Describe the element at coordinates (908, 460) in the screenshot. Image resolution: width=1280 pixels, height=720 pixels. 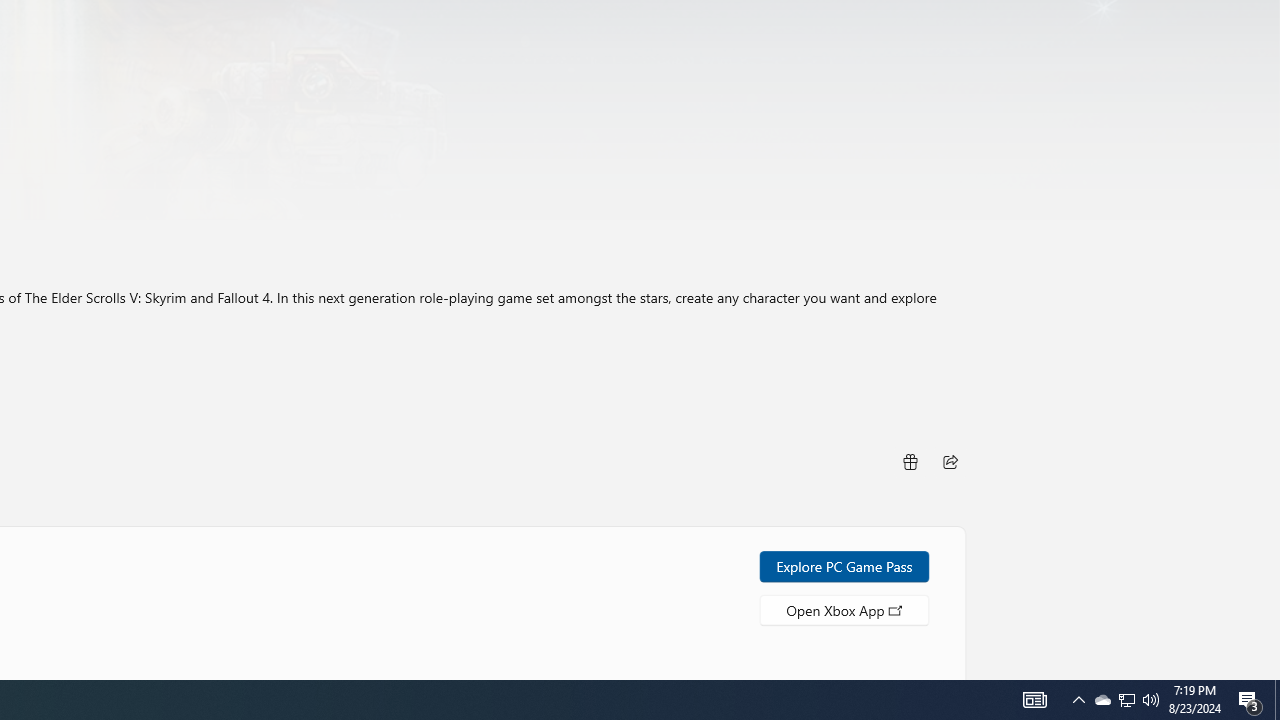
I see `'Buy as gift'` at that location.